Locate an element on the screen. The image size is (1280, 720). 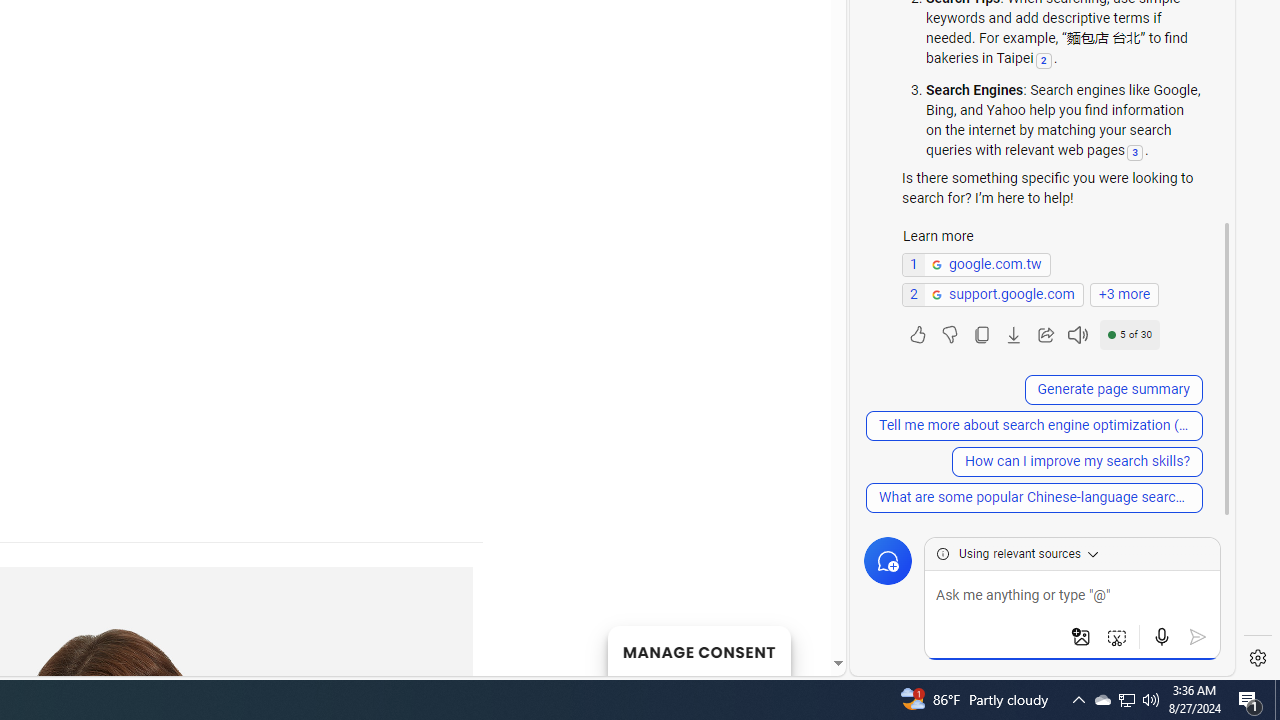
'MANAGE CONSENT' is located at coordinates (698, 650).